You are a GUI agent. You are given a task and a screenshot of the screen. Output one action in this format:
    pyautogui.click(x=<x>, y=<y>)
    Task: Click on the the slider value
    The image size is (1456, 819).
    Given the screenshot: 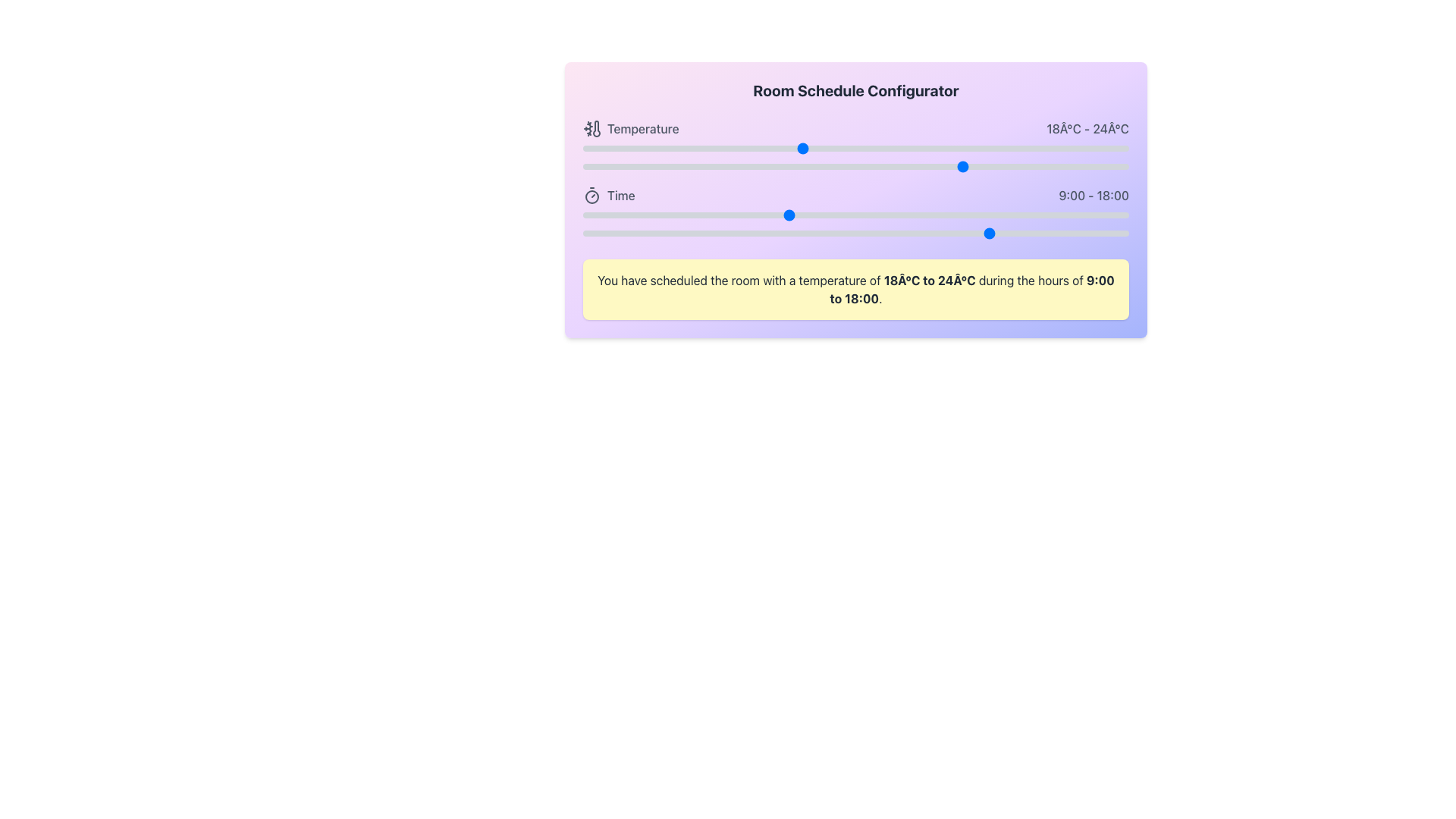 What is the action you would take?
    pyautogui.click(x=774, y=166)
    